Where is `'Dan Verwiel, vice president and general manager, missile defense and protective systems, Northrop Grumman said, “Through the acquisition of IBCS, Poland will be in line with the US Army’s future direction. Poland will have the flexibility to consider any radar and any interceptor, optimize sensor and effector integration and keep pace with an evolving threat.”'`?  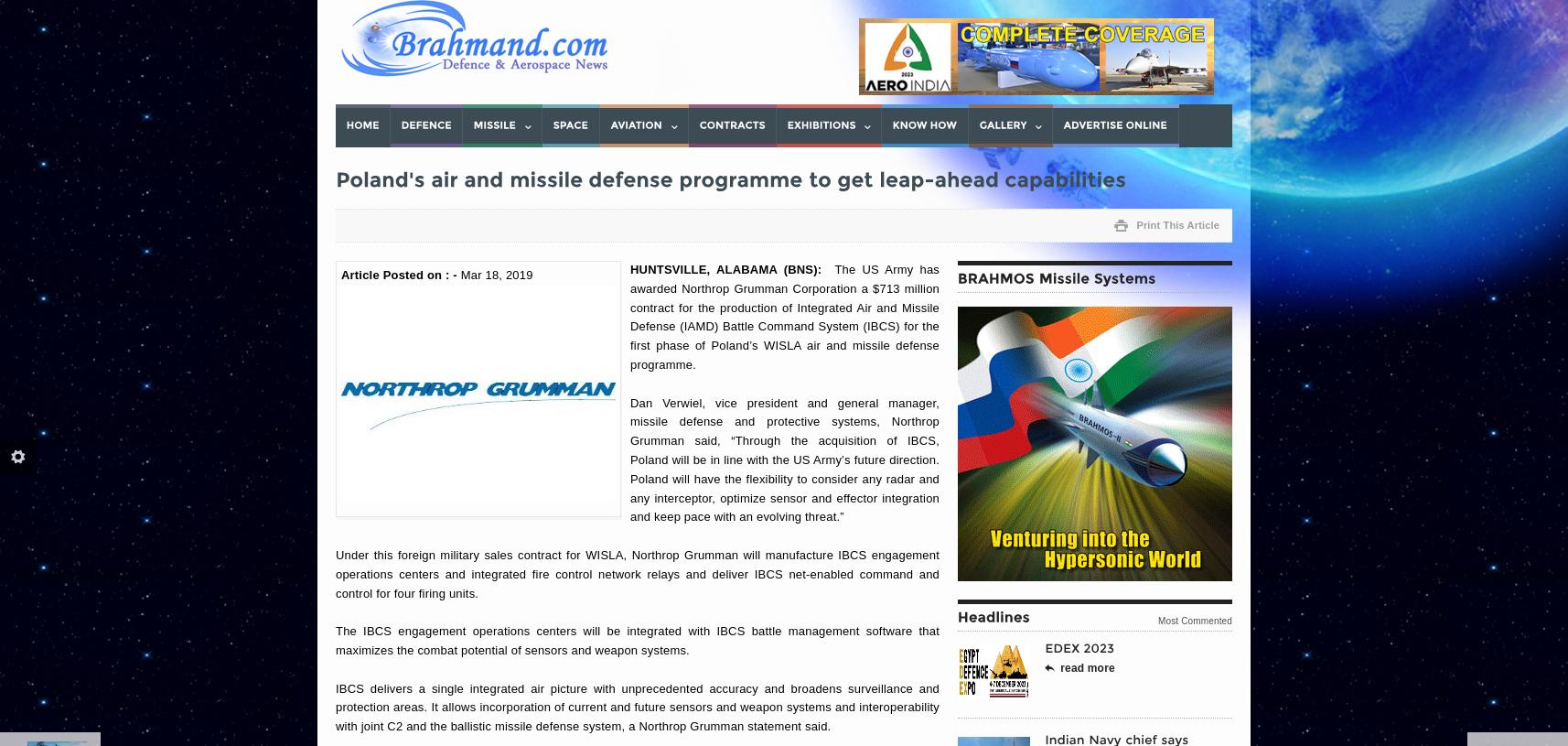
'Dan Verwiel, vice president and general manager, missile defense and protective systems, Northrop Grumman said, “Through the acquisition of IBCS, Poland will be in line with the US Army’s future direction. Poland will have the flexibility to consider any radar and any interceptor, optimize sensor and effector integration and keep pace with an evolving threat.”' is located at coordinates (784, 459).